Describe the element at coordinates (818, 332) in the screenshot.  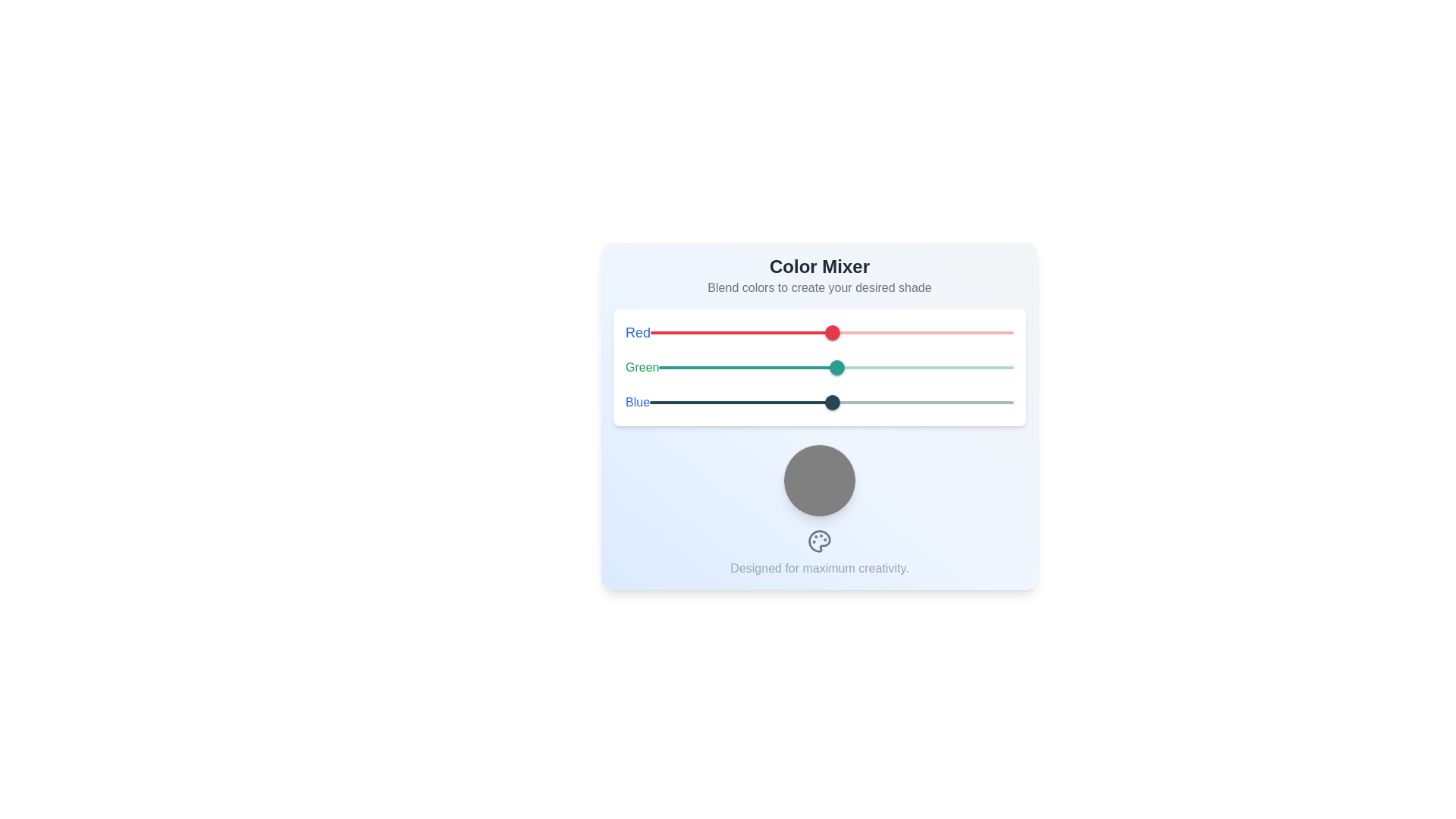
I see `the red slider that indicates a value of 128` at that location.